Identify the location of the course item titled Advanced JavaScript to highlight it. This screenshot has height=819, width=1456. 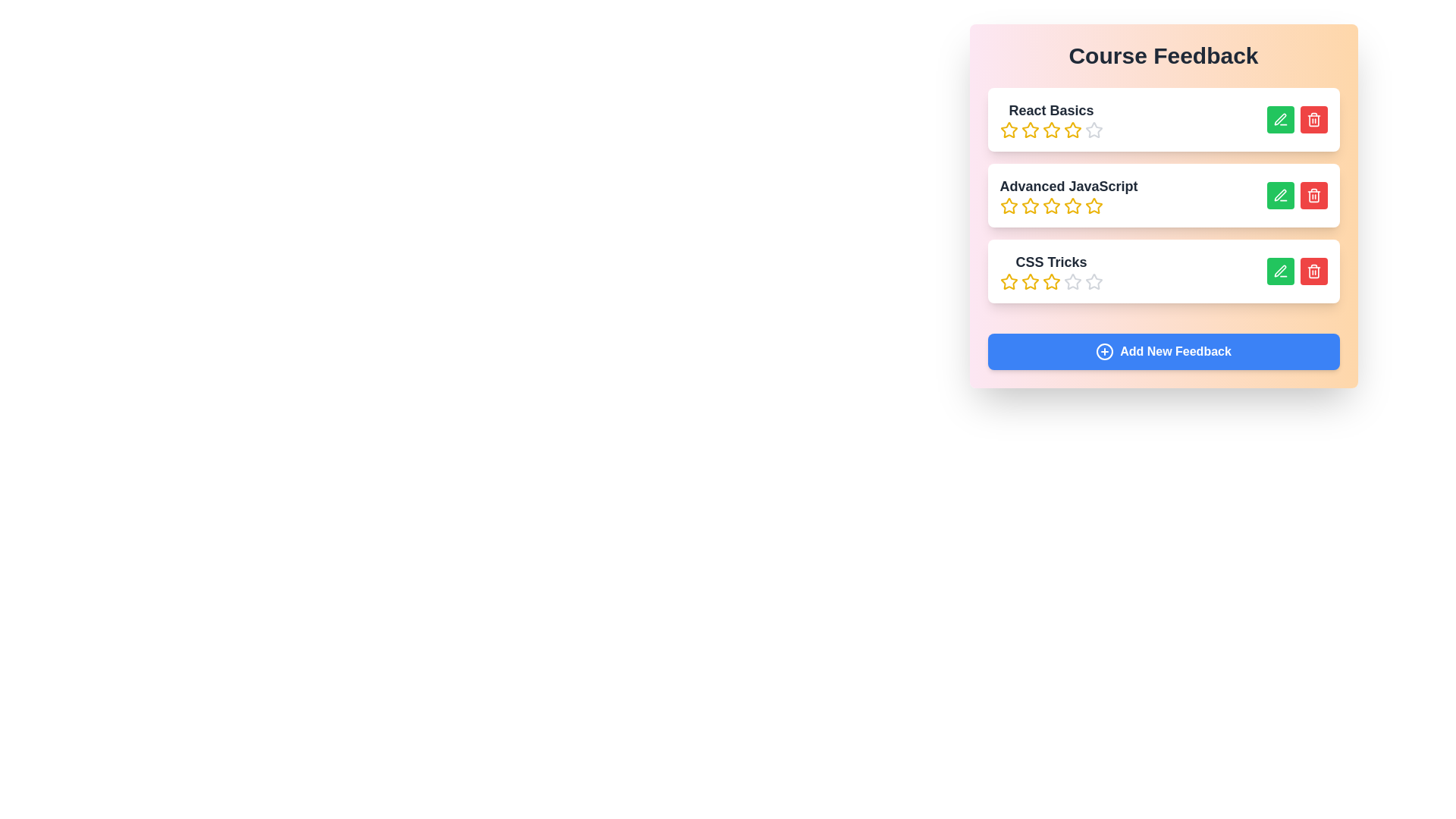
(1163, 195).